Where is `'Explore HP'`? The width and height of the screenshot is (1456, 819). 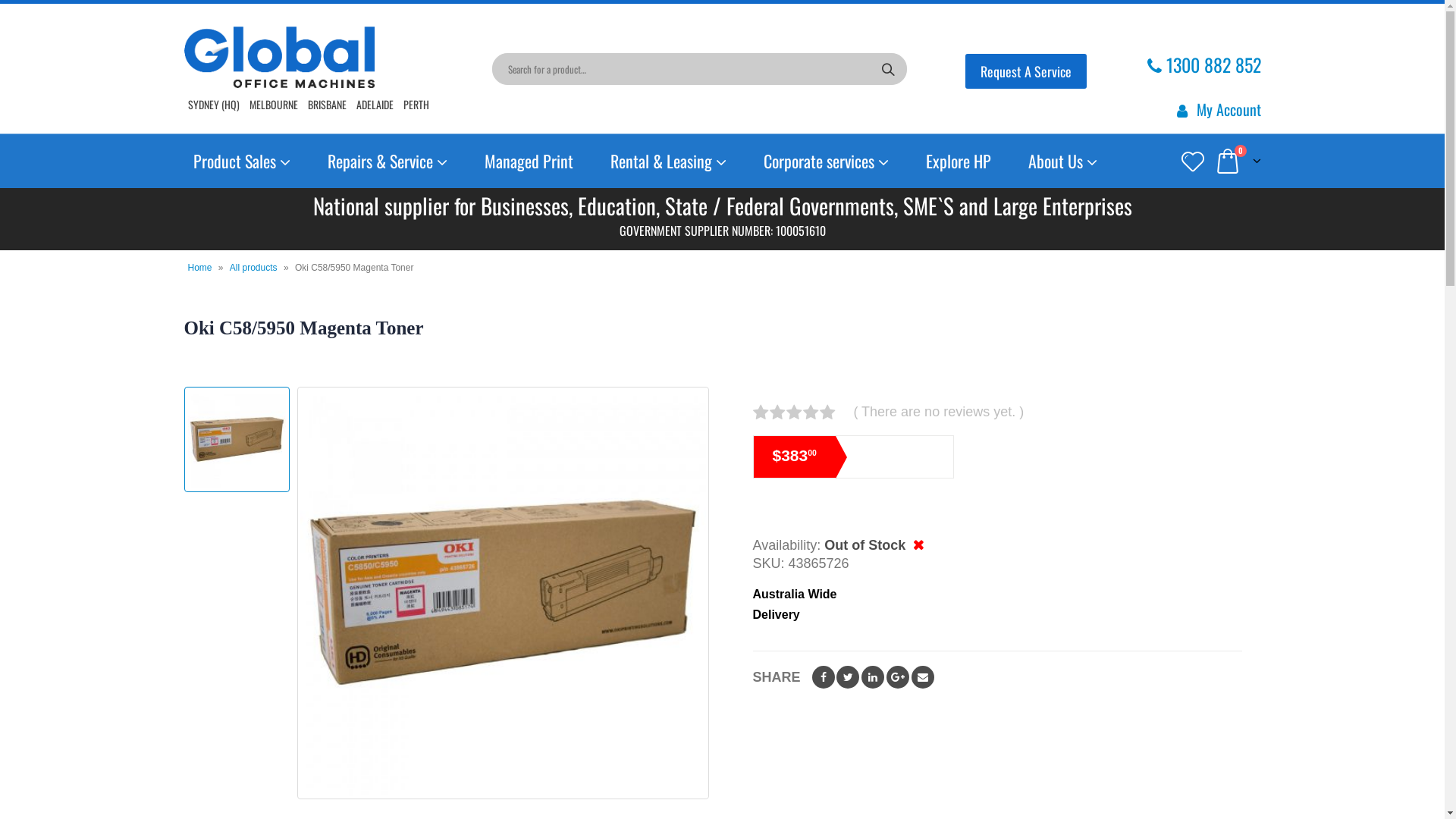 'Explore HP' is located at coordinates (956, 160).